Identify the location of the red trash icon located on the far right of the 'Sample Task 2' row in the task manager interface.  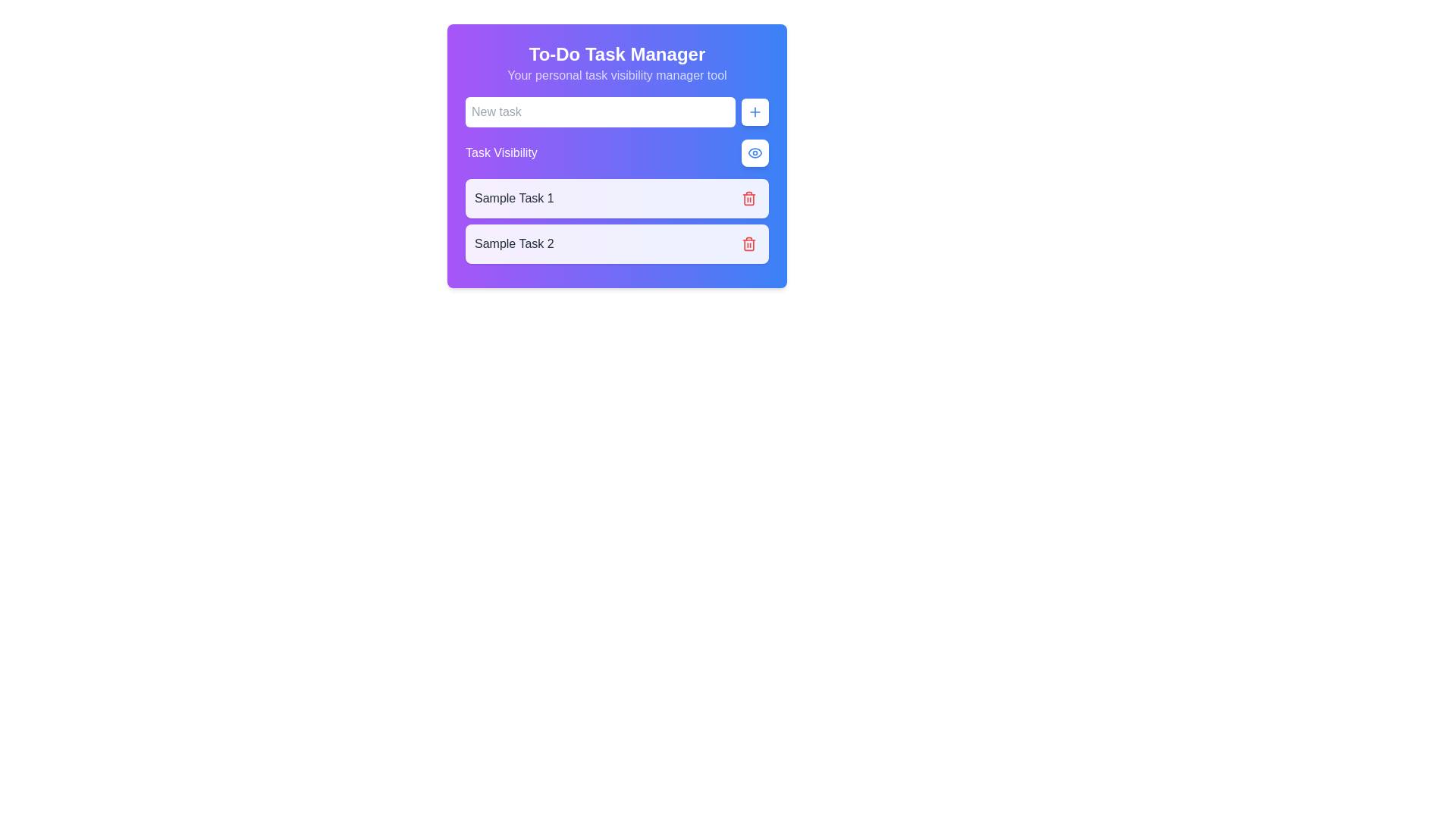
(749, 244).